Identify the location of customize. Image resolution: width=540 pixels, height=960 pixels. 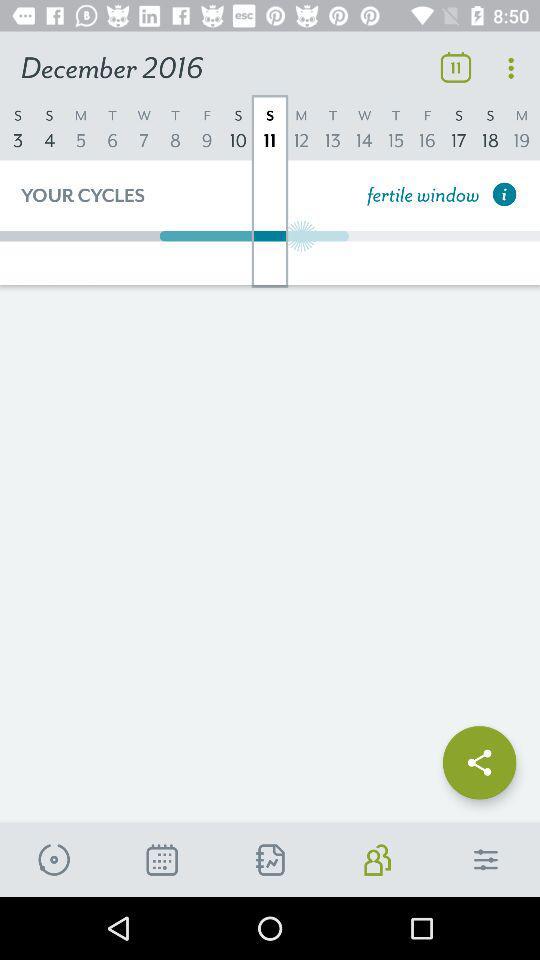
(485, 859).